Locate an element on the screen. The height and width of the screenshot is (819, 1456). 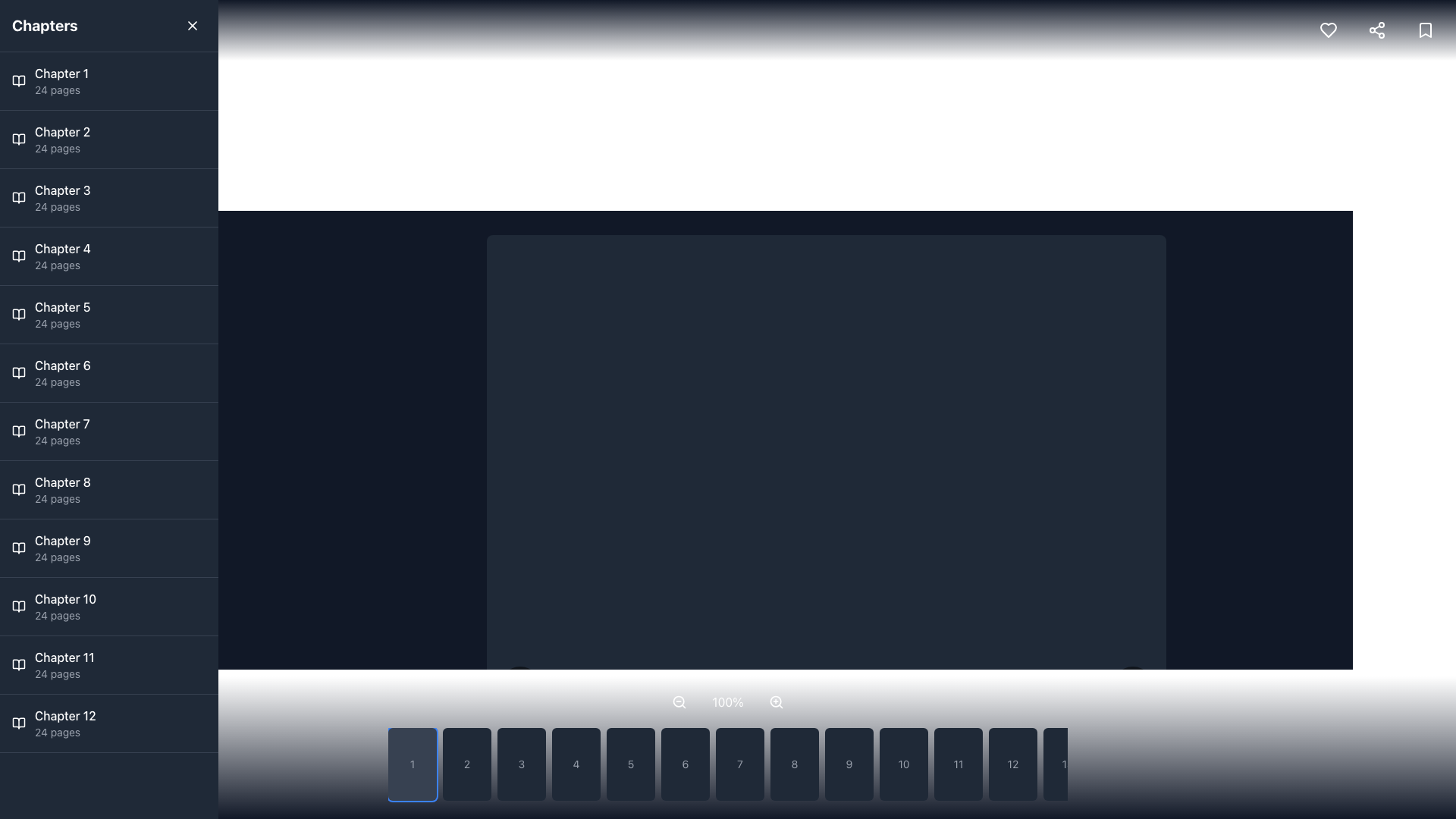
the heart-shaped icon located at the top-right corner of the user interface, which represents liking or favoriting an item is located at coordinates (1328, 30).